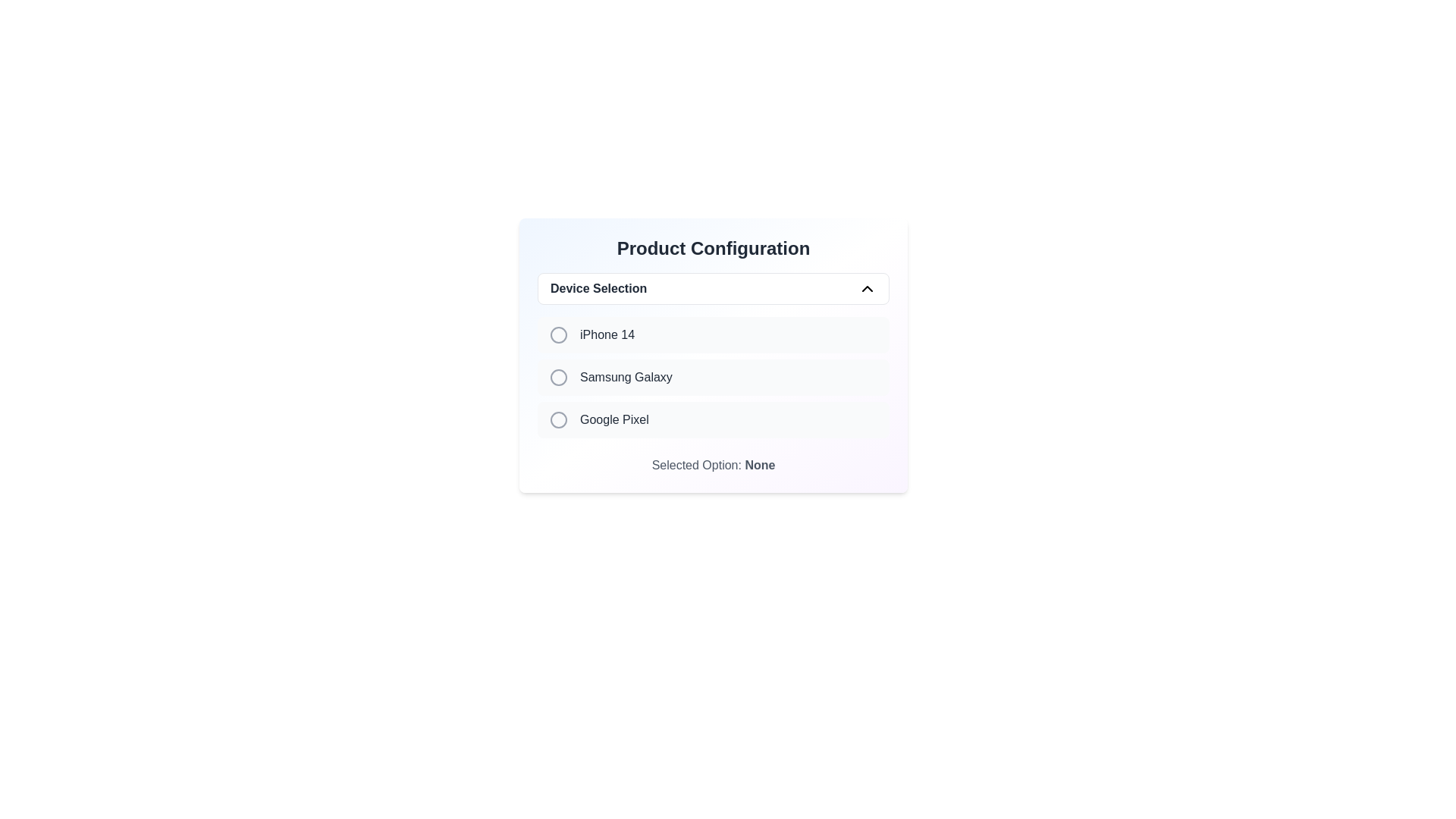 This screenshot has width=1456, height=819. I want to click on the 'Google Pixel' radio button option, which is the last option in the vertical list below 'Samsung Galaxy', so click(712, 420).